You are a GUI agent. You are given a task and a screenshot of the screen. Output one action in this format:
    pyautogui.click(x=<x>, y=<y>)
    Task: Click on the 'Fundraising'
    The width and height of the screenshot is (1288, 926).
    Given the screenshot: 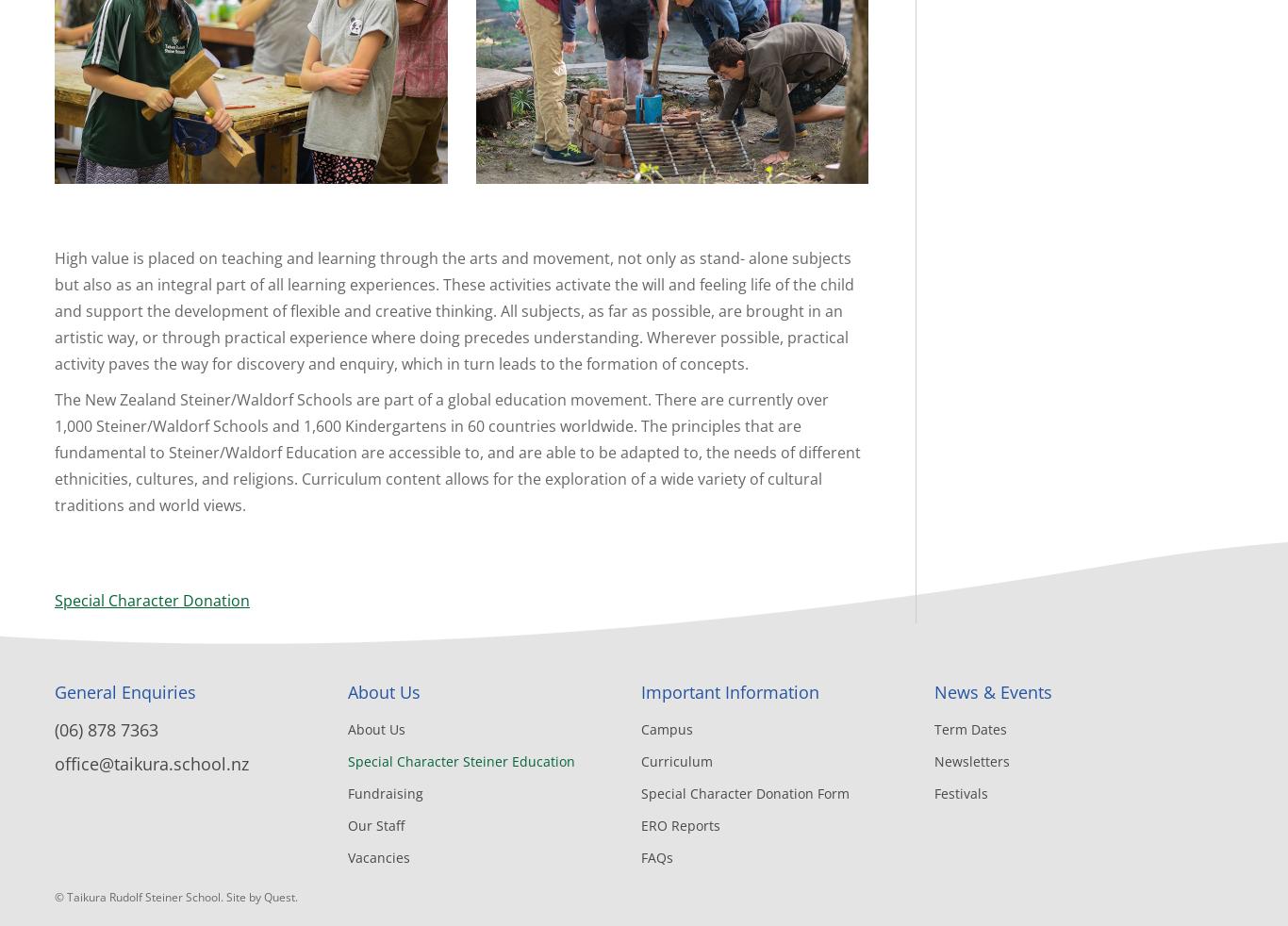 What is the action you would take?
    pyautogui.click(x=384, y=793)
    